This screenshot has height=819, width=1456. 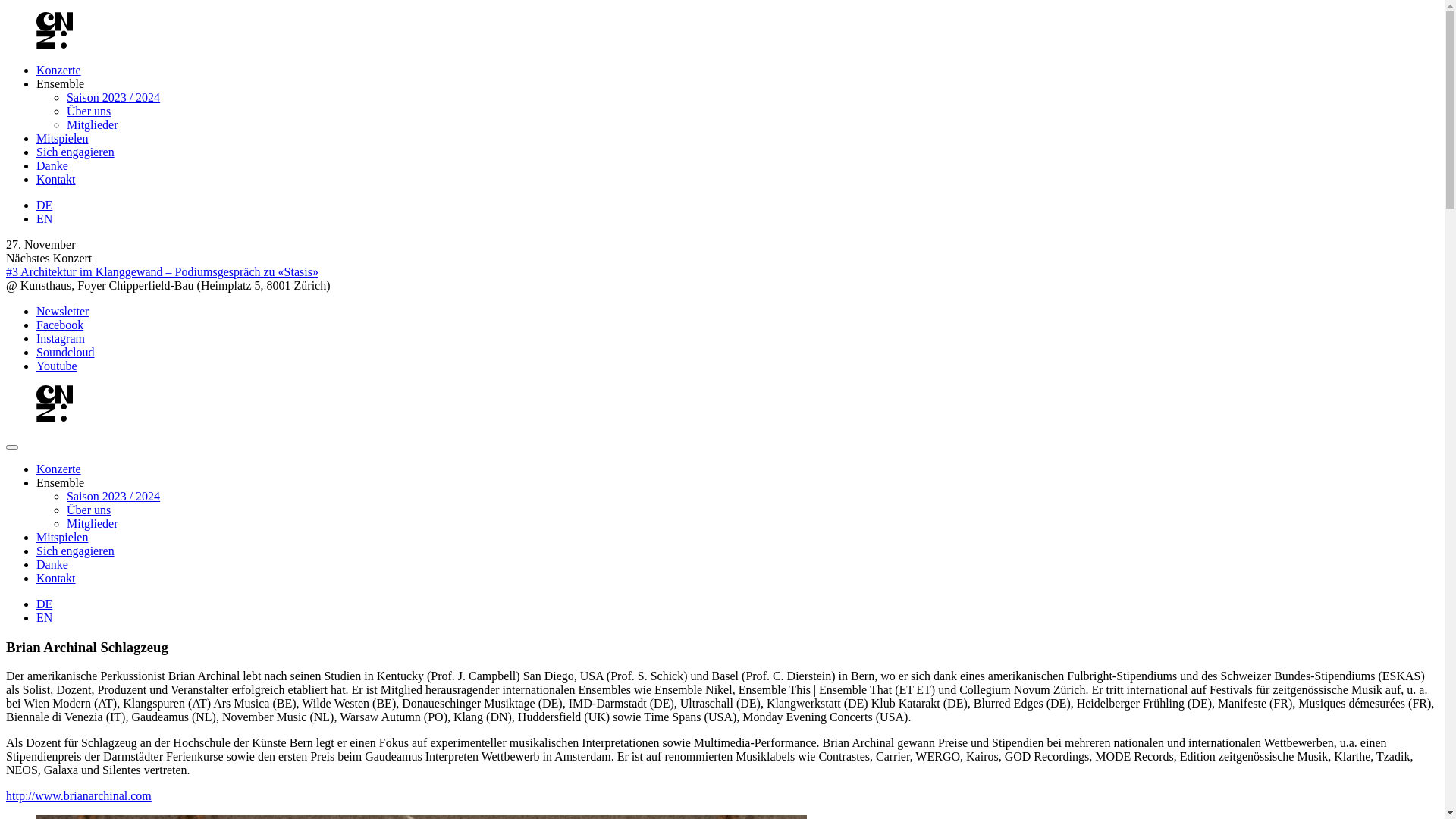 What do you see at coordinates (78, 795) in the screenshot?
I see `'http://www.brianarchinal.com'` at bounding box center [78, 795].